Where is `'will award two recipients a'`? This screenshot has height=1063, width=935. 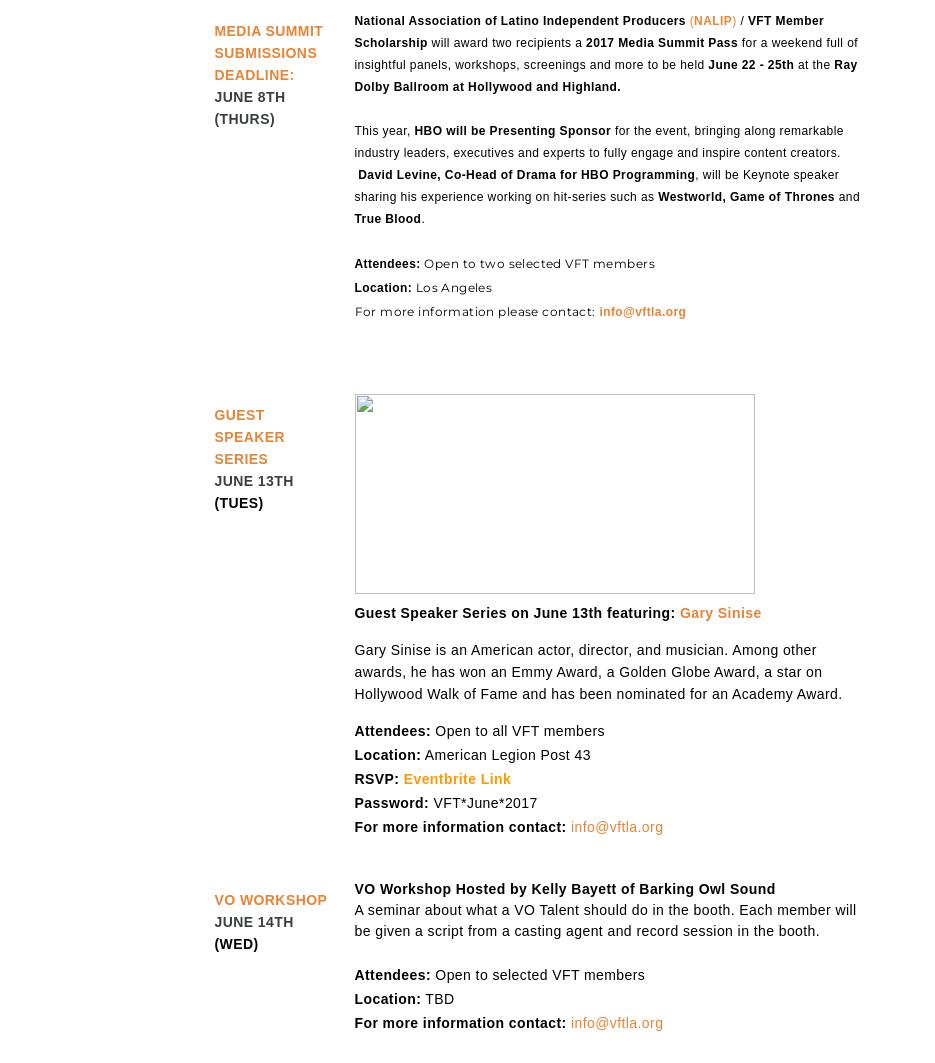 'will award two recipients a' is located at coordinates (506, 43).